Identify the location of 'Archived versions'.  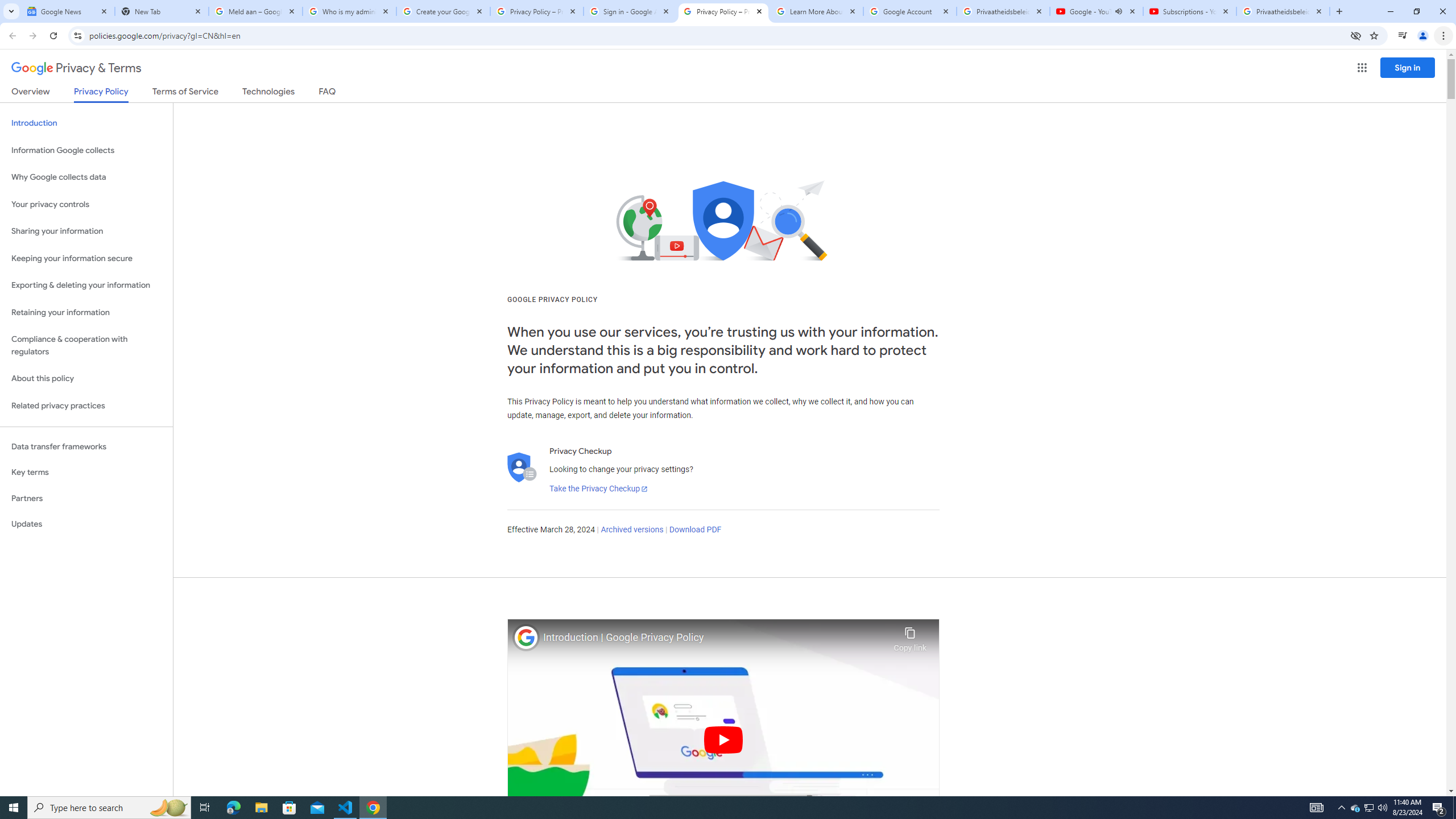
(631, 529).